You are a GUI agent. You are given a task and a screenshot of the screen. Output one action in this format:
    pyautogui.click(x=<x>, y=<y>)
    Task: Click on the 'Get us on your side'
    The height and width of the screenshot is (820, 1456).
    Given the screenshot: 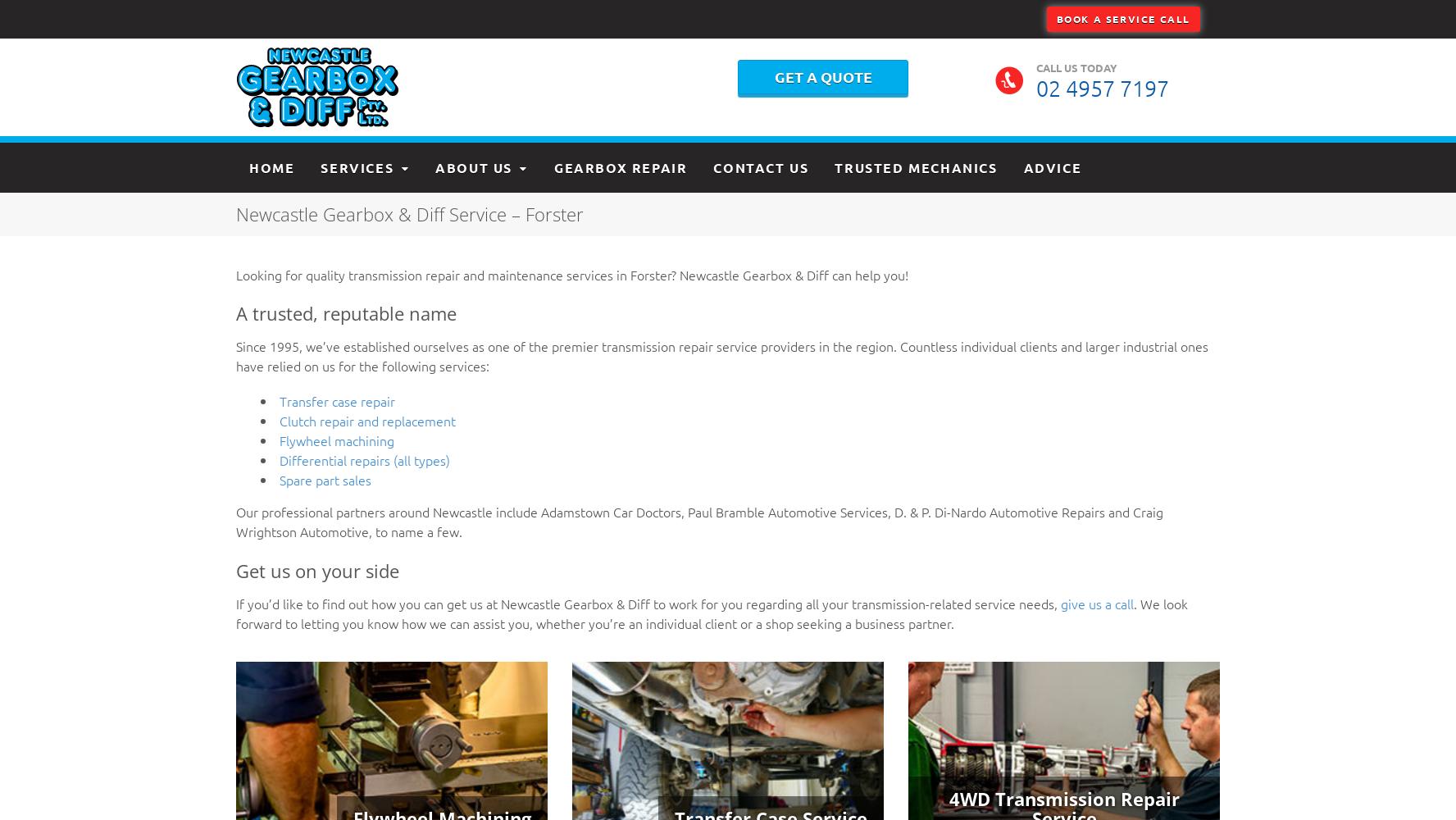 What is the action you would take?
    pyautogui.click(x=236, y=569)
    